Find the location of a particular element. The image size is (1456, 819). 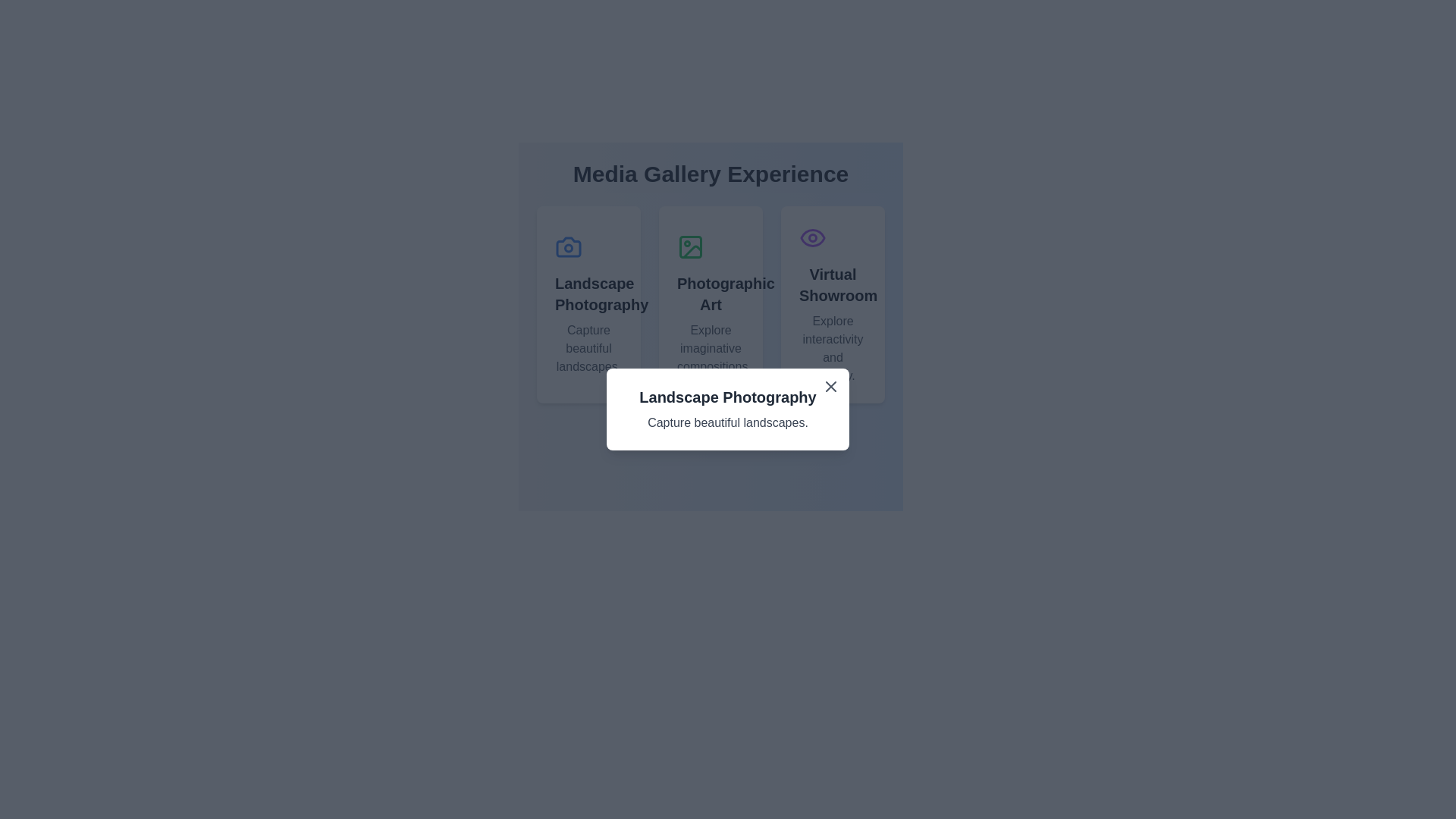

the close button icon in the top-right corner of the pop-up dialog box, adjacent to 'Landscape Photography' is located at coordinates (830, 385).